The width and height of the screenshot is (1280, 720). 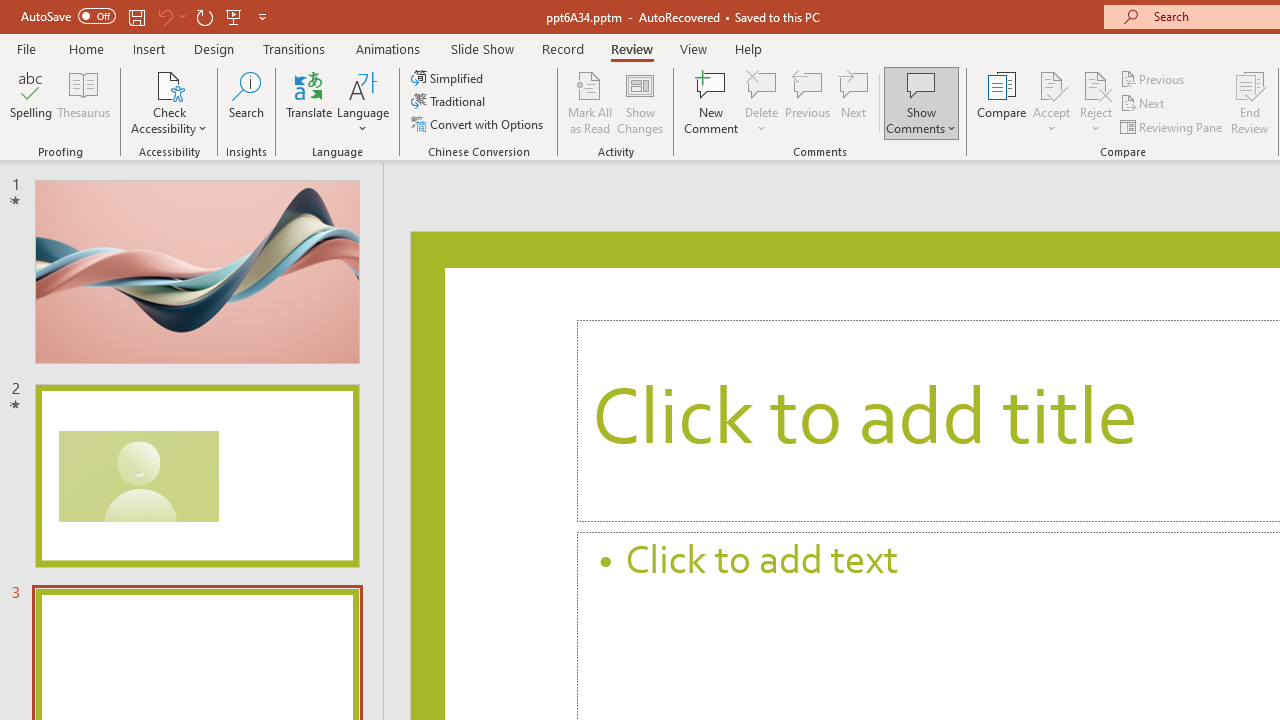 What do you see at coordinates (711, 103) in the screenshot?
I see `'New Comment'` at bounding box center [711, 103].